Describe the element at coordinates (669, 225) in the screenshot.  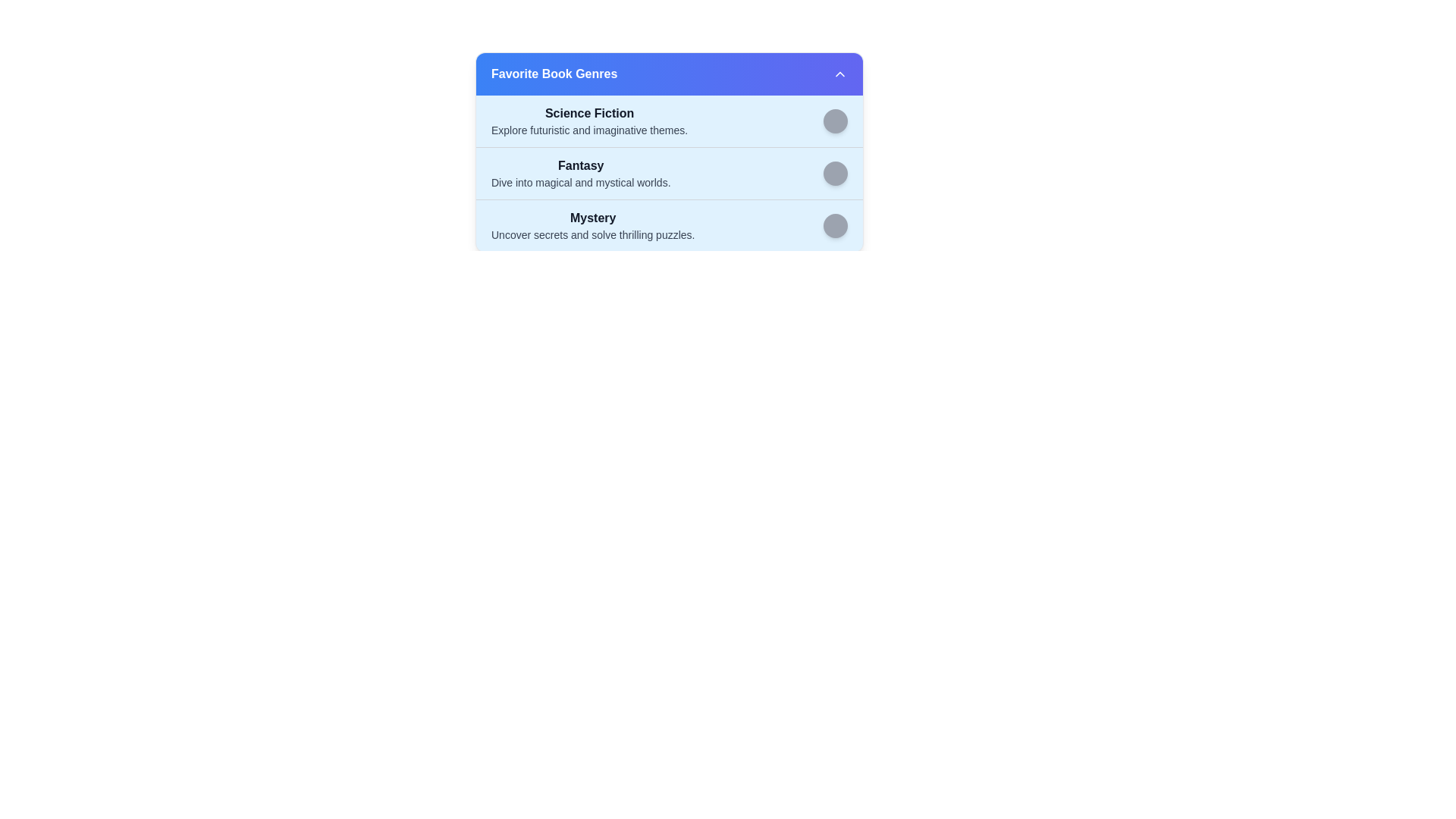
I see `the third item in the 'Favorite Book Genres' list titled 'Mystery', which has a light blue background and includes a bold title and a circular gray button` at that location.